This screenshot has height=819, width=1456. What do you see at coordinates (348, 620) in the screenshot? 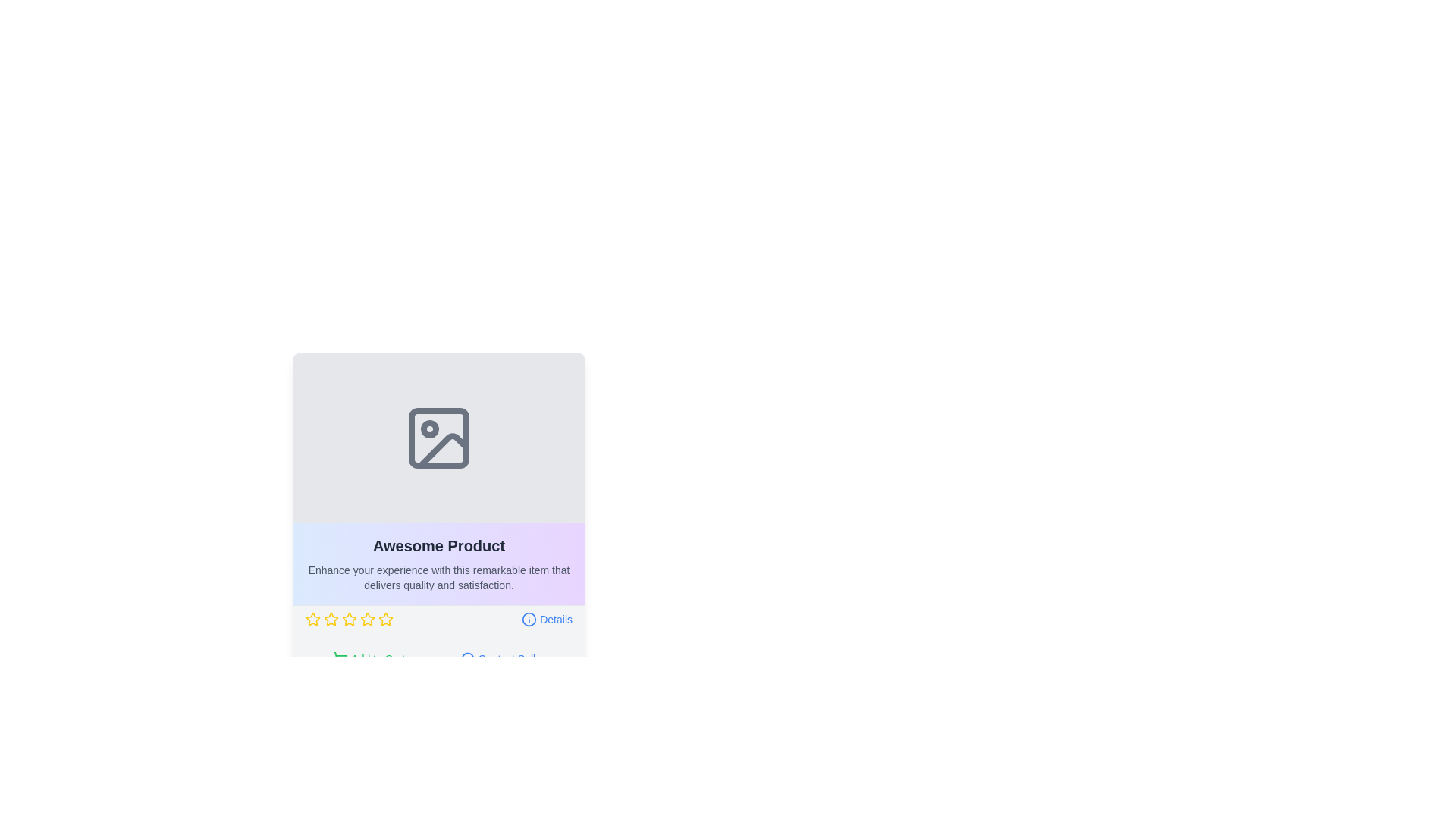
I see `the third yellow star icon` at bounding box center [348, 620].